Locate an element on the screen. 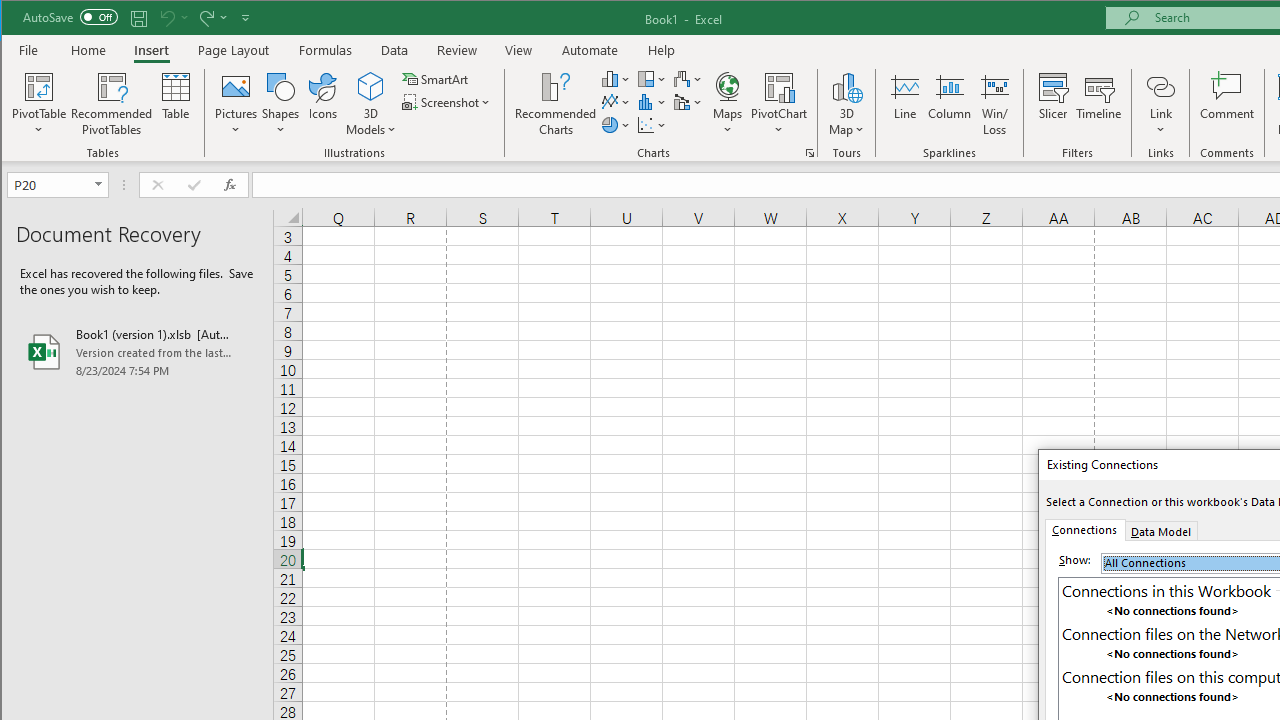 This screenshot has width=1280, height=720. 'Recommended PivotTables' is located at coordinates (111, 104).